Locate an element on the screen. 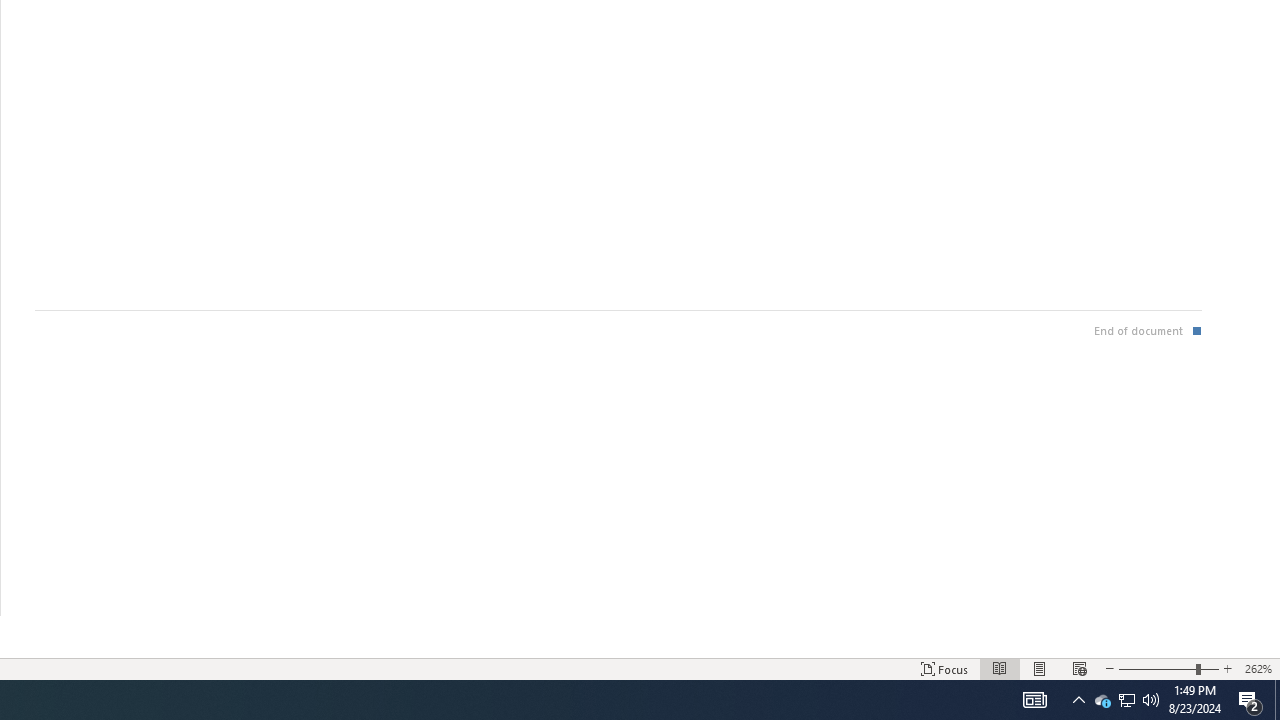 The height and width of the screenshot is (720, 1280). 'Zoom Out' is located at coordinates (1157, 669).